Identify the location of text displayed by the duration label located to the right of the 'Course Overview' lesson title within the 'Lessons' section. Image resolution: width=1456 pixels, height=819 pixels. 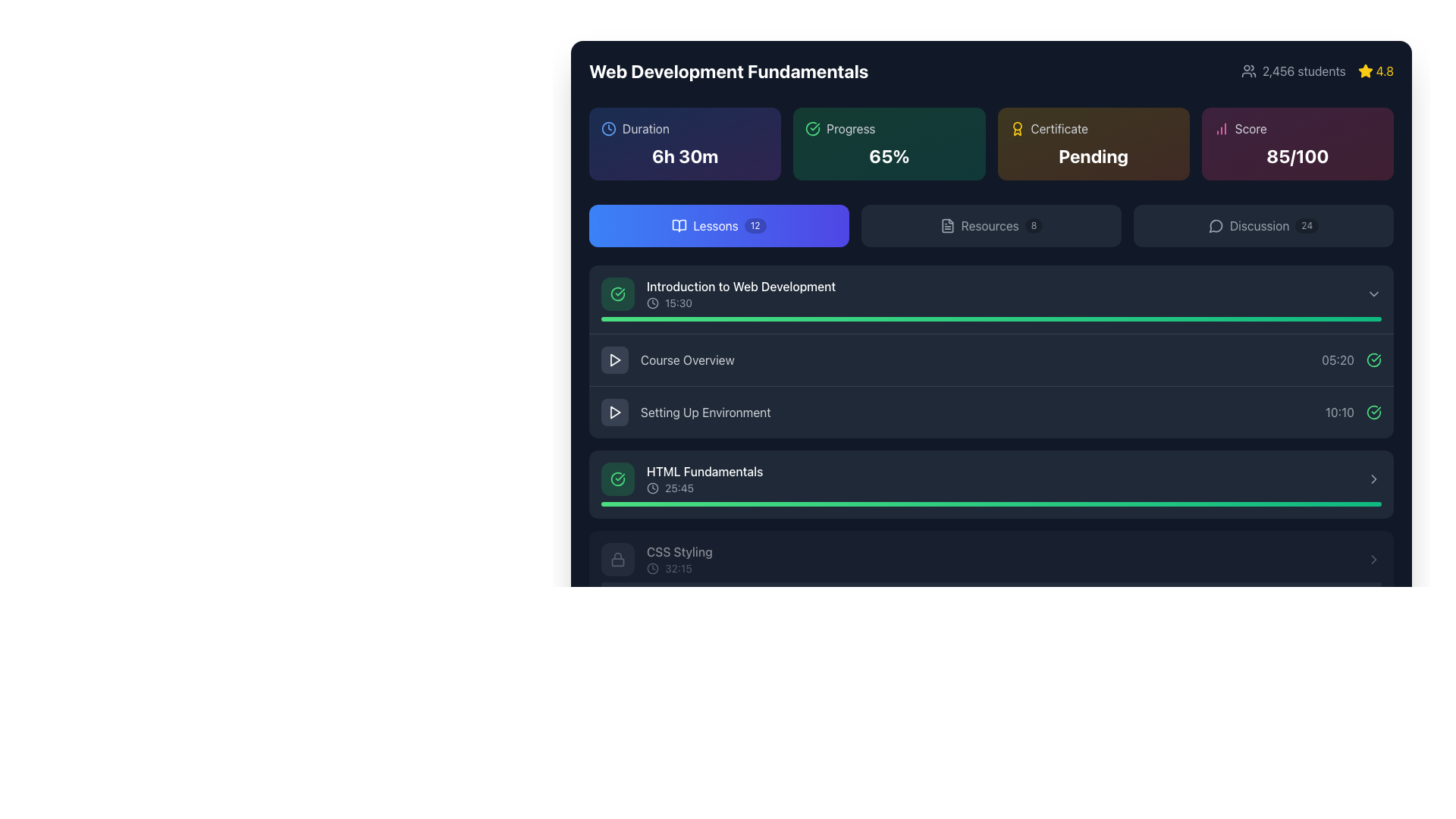
(1338, 359).